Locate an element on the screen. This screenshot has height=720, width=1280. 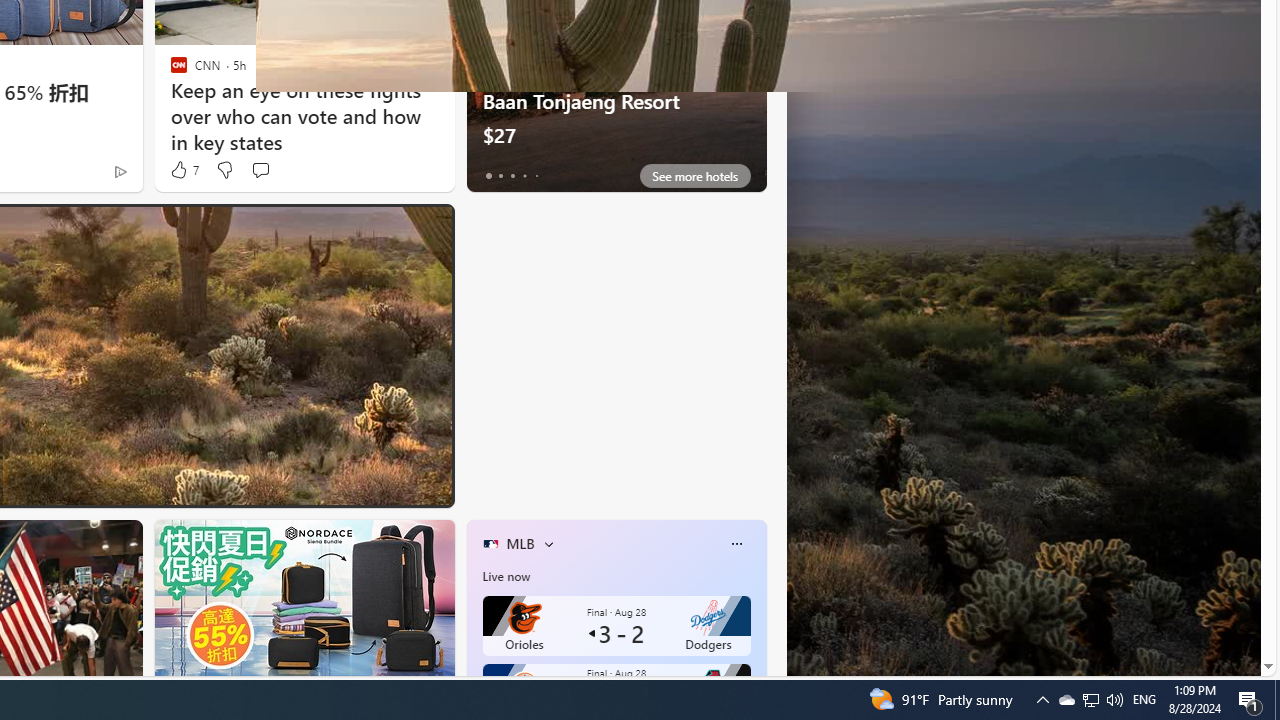
'tab-3' is located at coordinates (524, 175).